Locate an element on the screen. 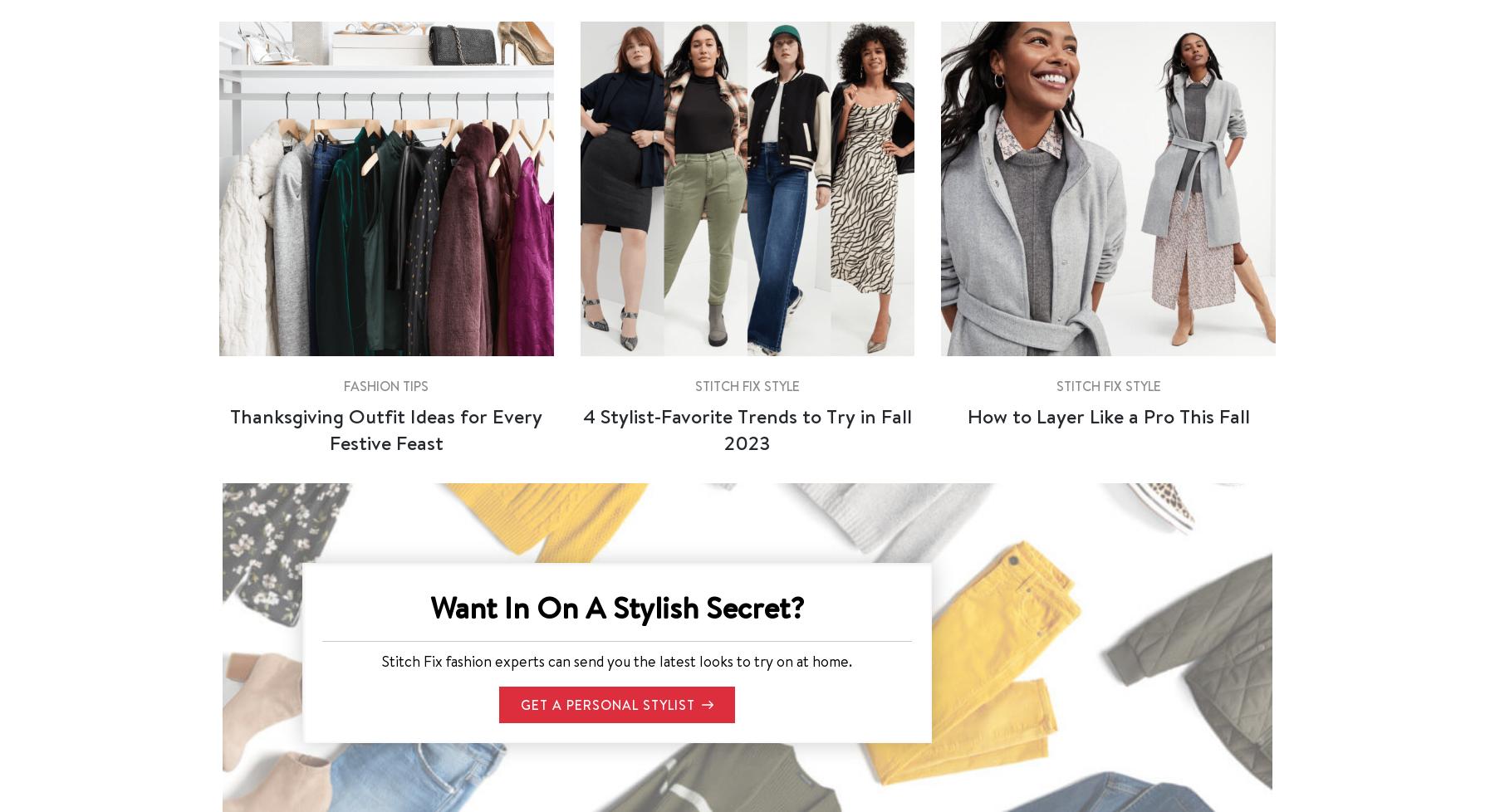 This screenshot has width=1495, height=812. 'Want In On A Stylish Secret?' is located at coordinates (429, 606).